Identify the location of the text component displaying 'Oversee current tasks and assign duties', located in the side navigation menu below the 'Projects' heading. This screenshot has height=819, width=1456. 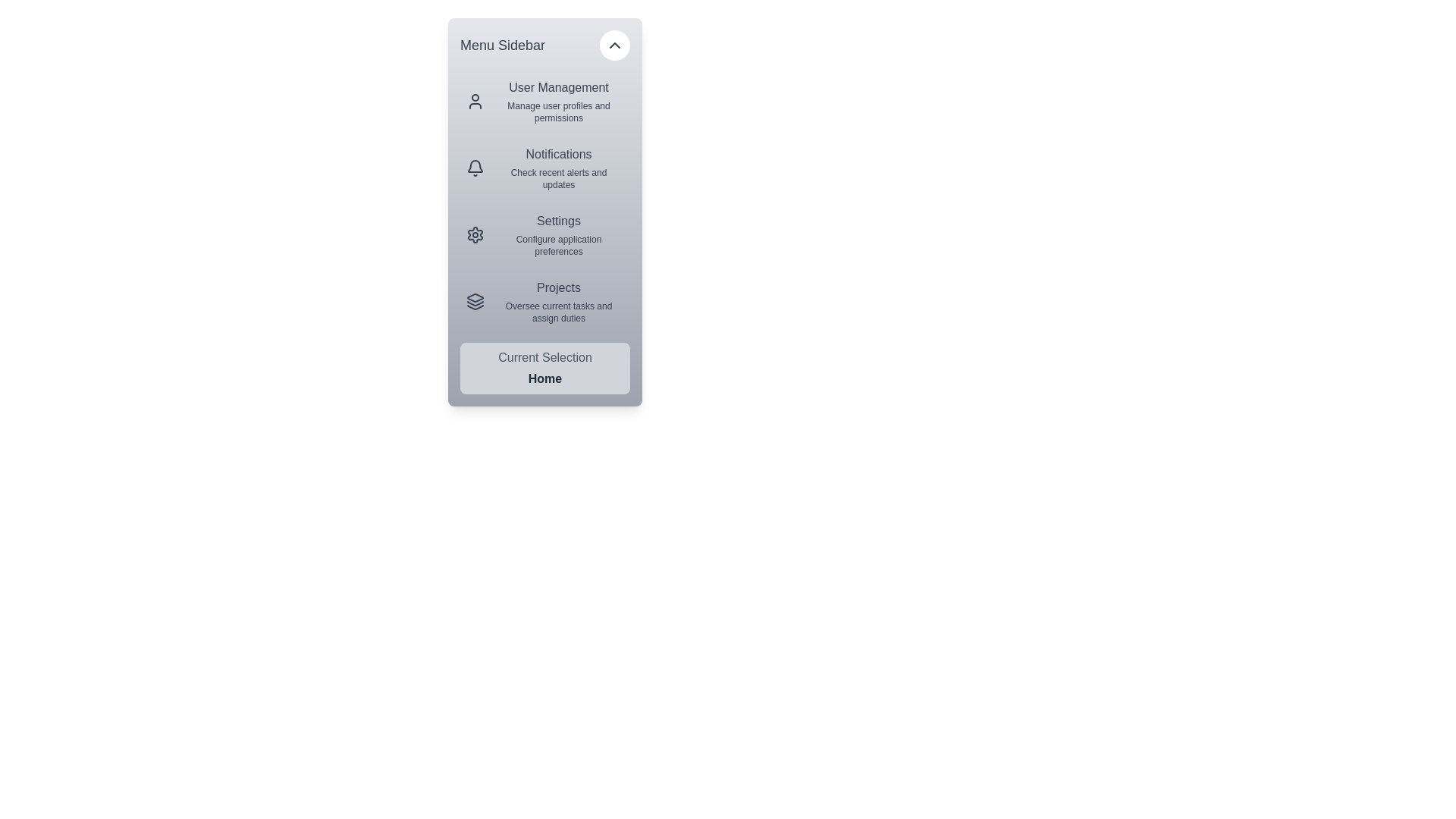
(558, 312).